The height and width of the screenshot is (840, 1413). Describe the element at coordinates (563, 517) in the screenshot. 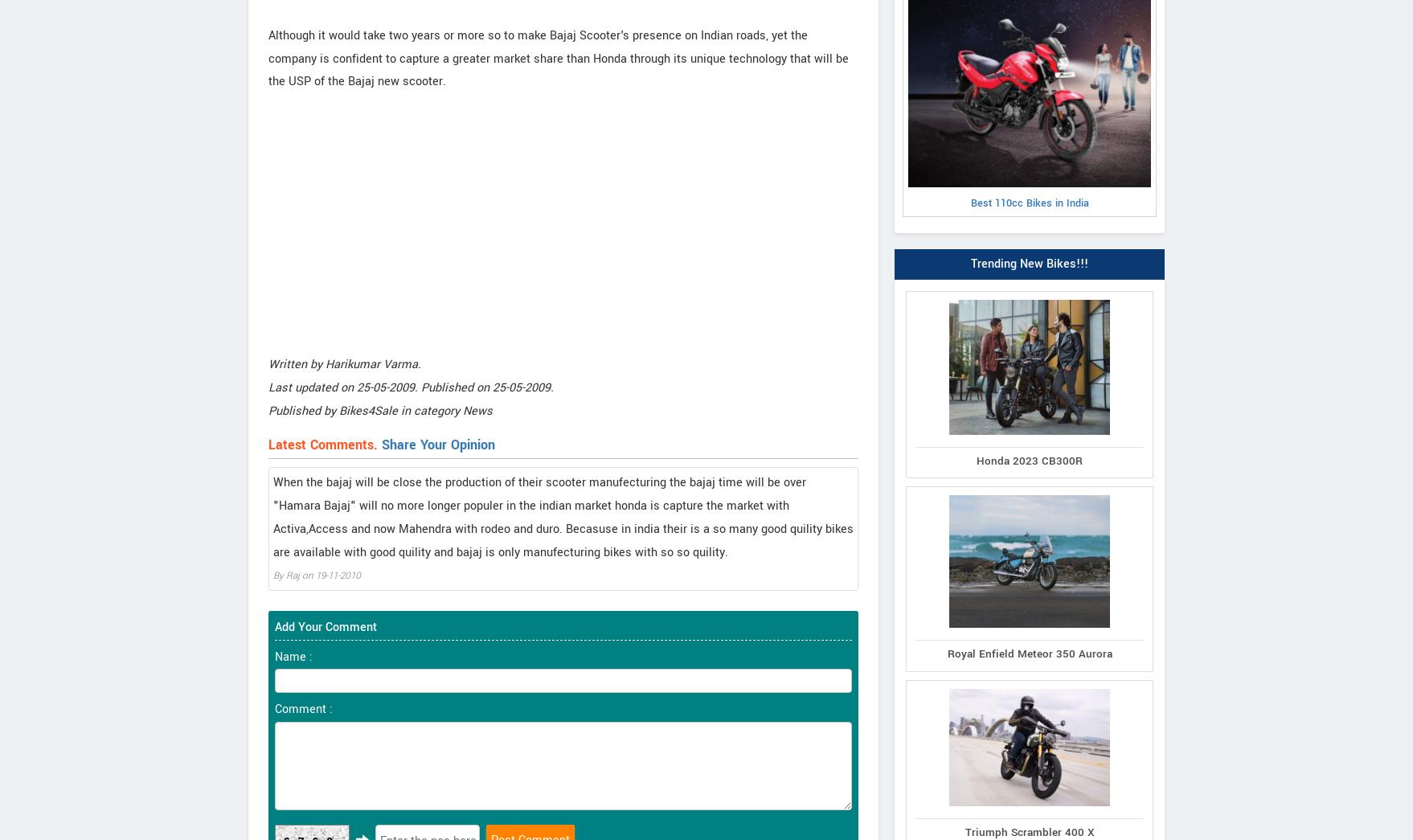

I see `'When the bajaj will be close the production of their scooter manufecturing the bajaj time will be over "Hamara Bajaj" will no more longer populer in the indian market honda is capture the market with Activa,Access and now Mahendra with rodeo and duro. Becasuse in india their is a so many good quility bikes are available with good quility and bajaj is  only manufecturing bikes with so so quility.'` at that location.